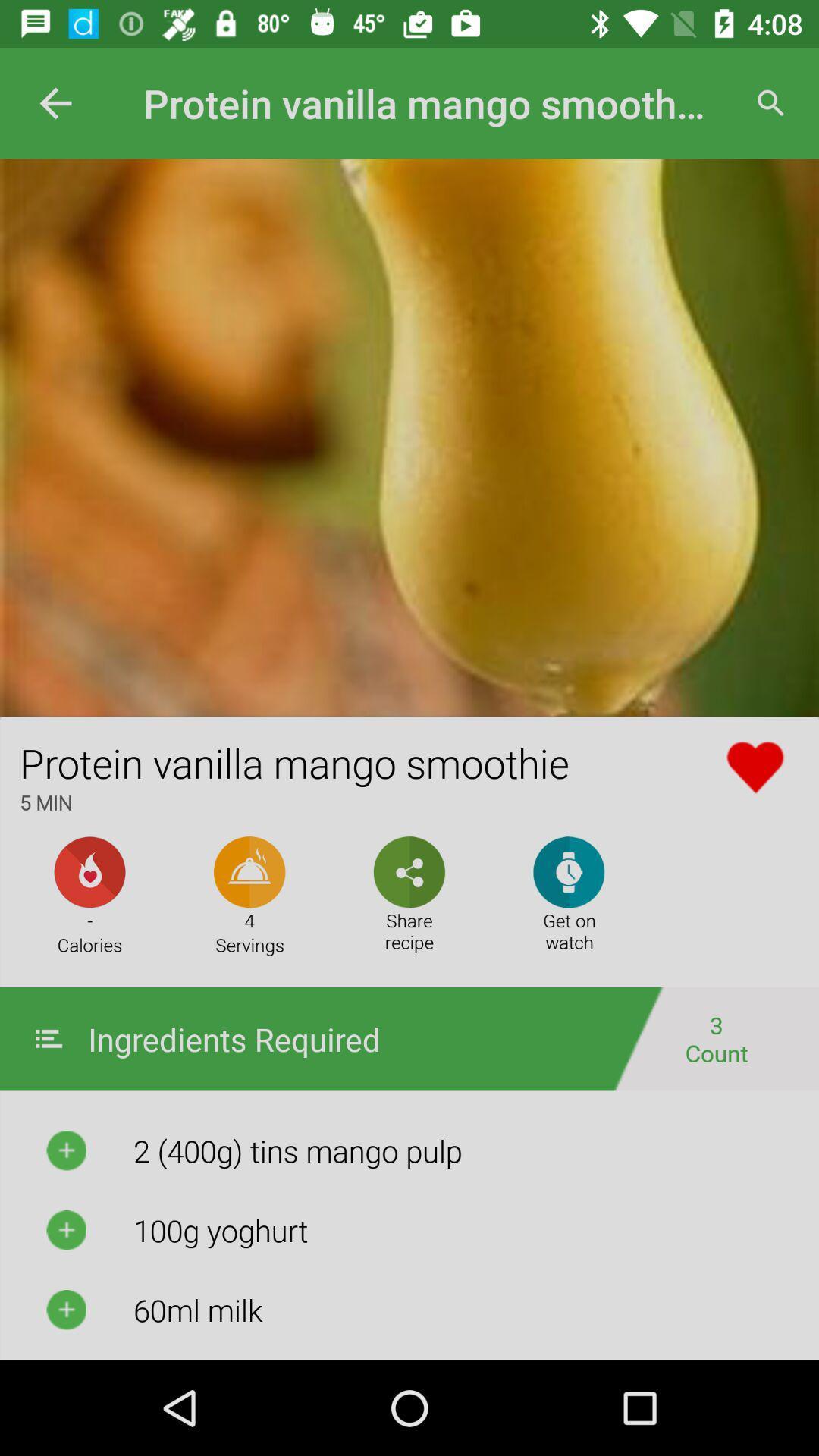  What do you see at coordinates (409, 872) in the screenshot?
I see `the share icon` at bounding box center [409, 872].